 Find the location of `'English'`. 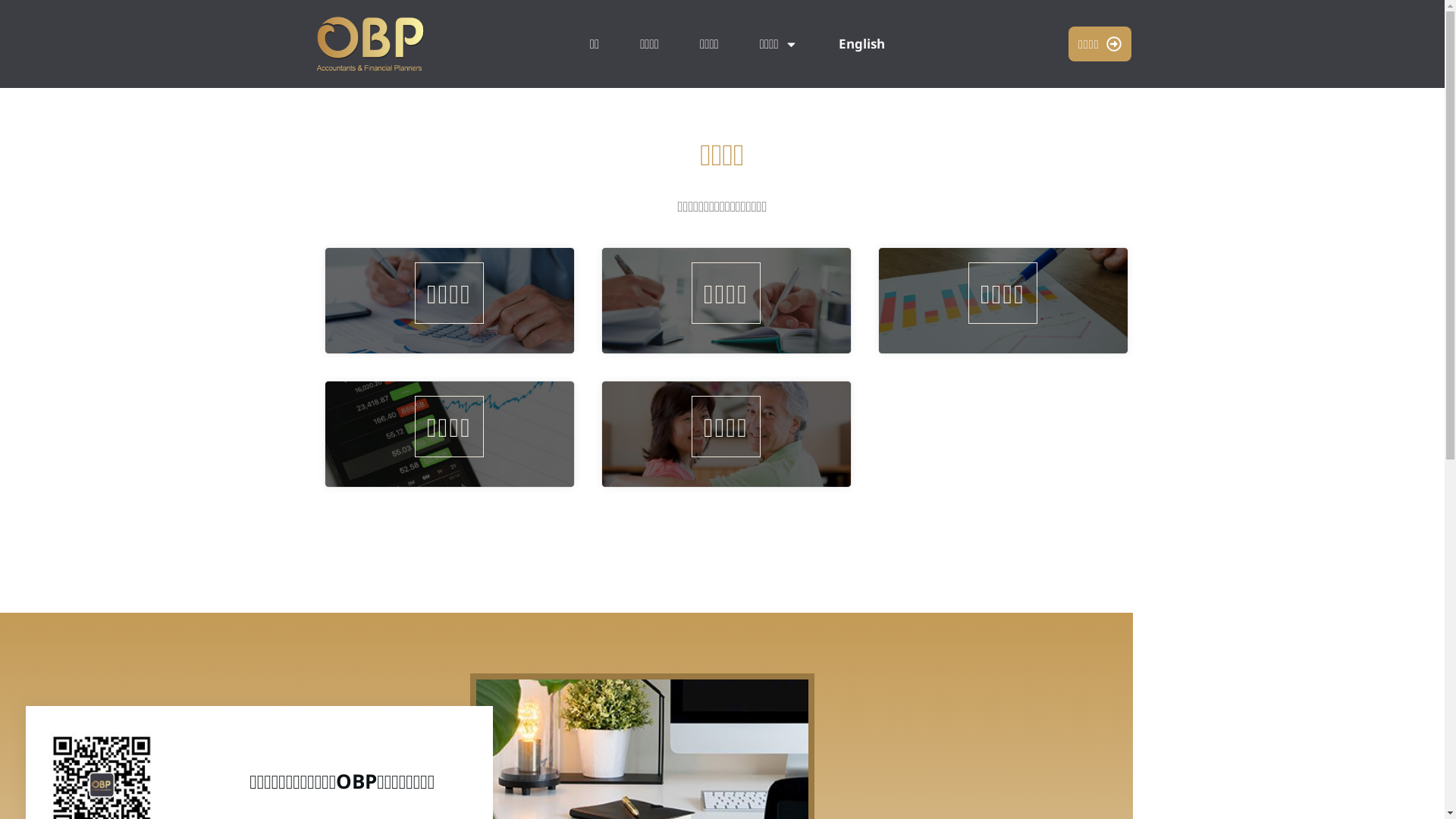

'English' is located at coordinates (837, 42).